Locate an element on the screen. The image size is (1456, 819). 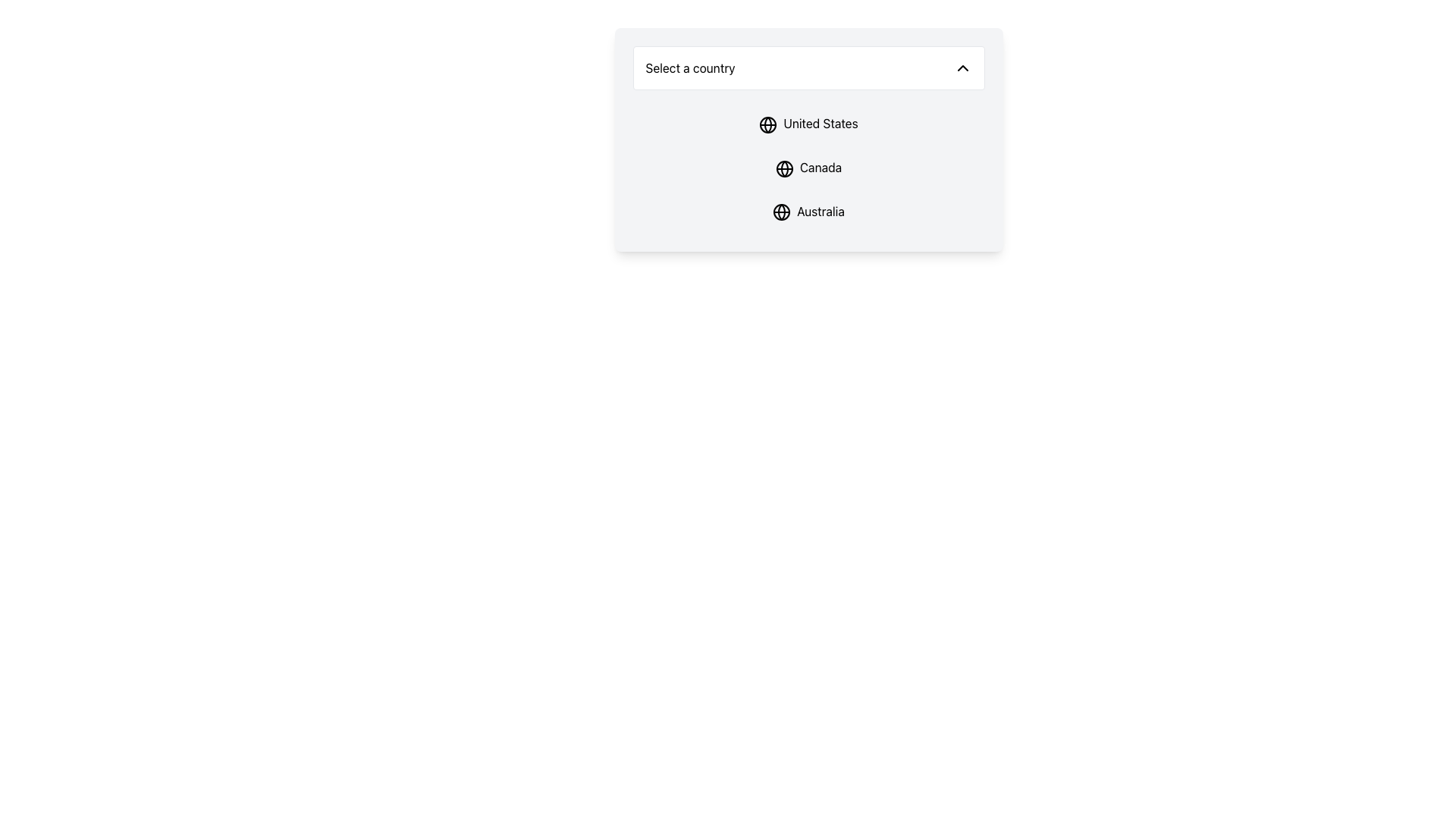
the circular icon representing the 'United States' option in the dropdown menu, positioned to the left of the text 'United States' is located at coordinates (768, 124).